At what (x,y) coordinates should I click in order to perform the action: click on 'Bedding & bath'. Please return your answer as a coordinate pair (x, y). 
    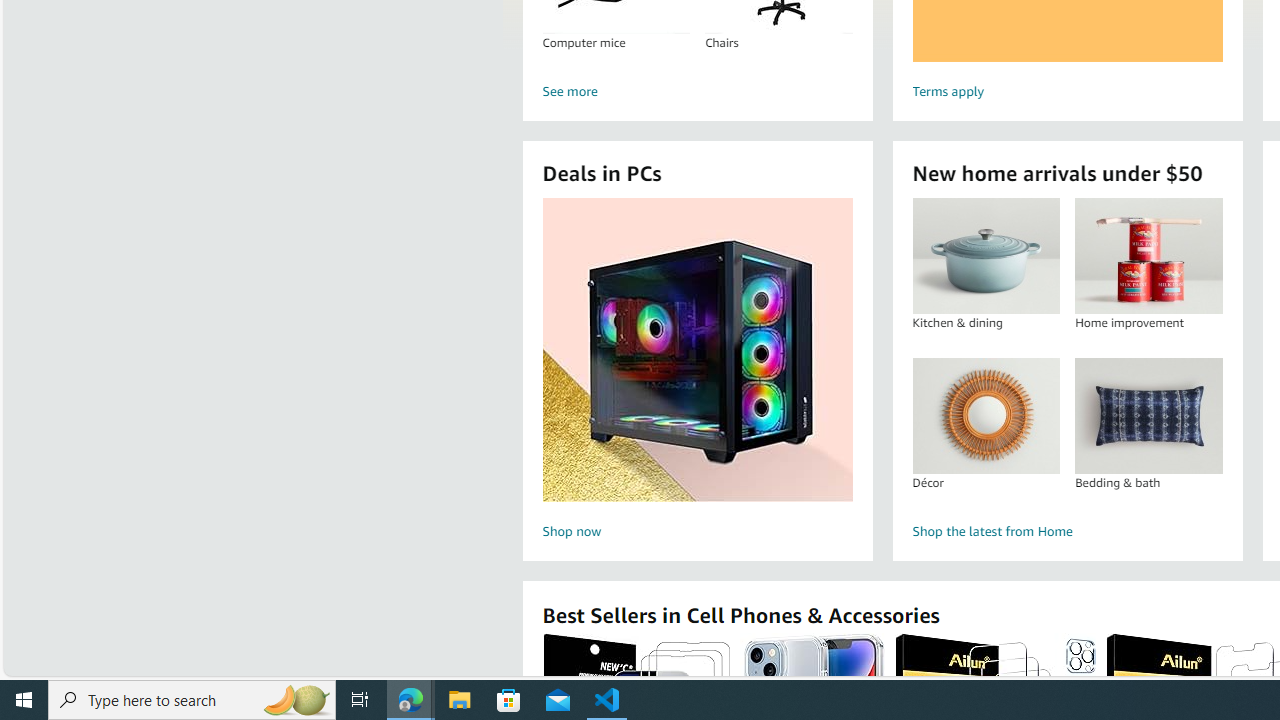
    Looking at the image, I should click on (1148, 414).